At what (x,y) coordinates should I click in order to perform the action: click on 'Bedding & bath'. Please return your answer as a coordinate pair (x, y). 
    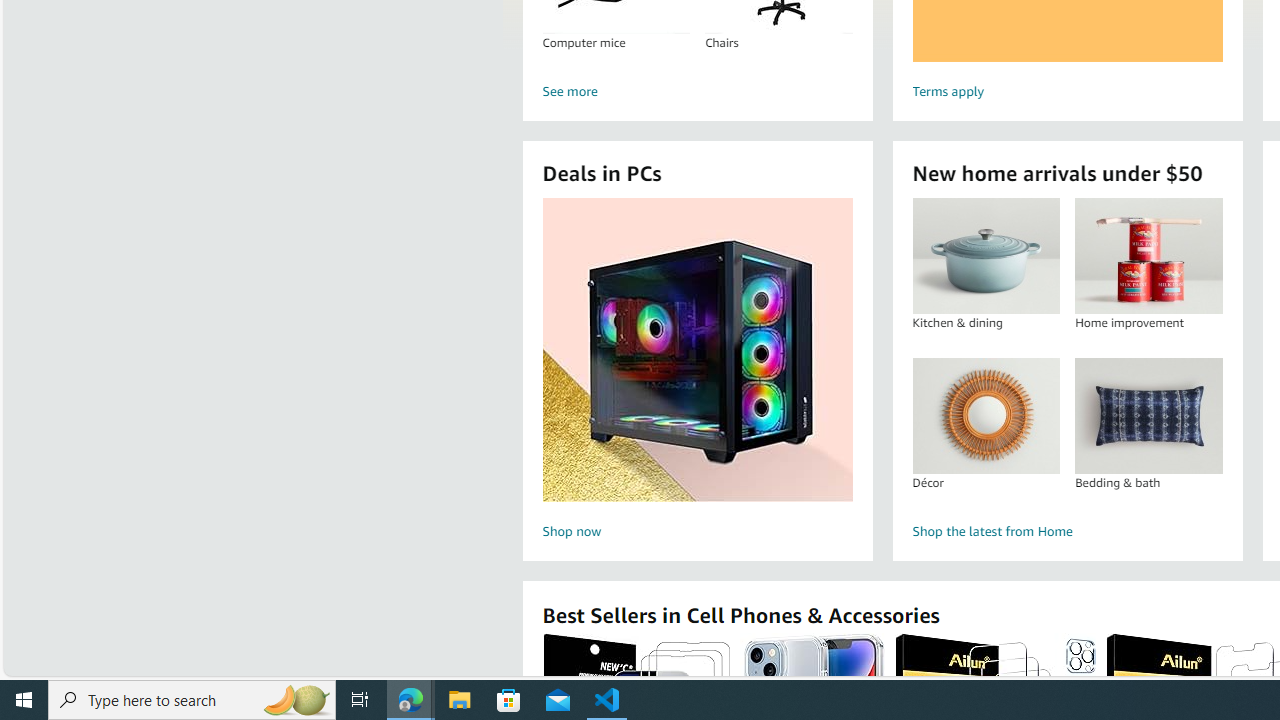
    Looking at the image, I should click on (1148, 414).